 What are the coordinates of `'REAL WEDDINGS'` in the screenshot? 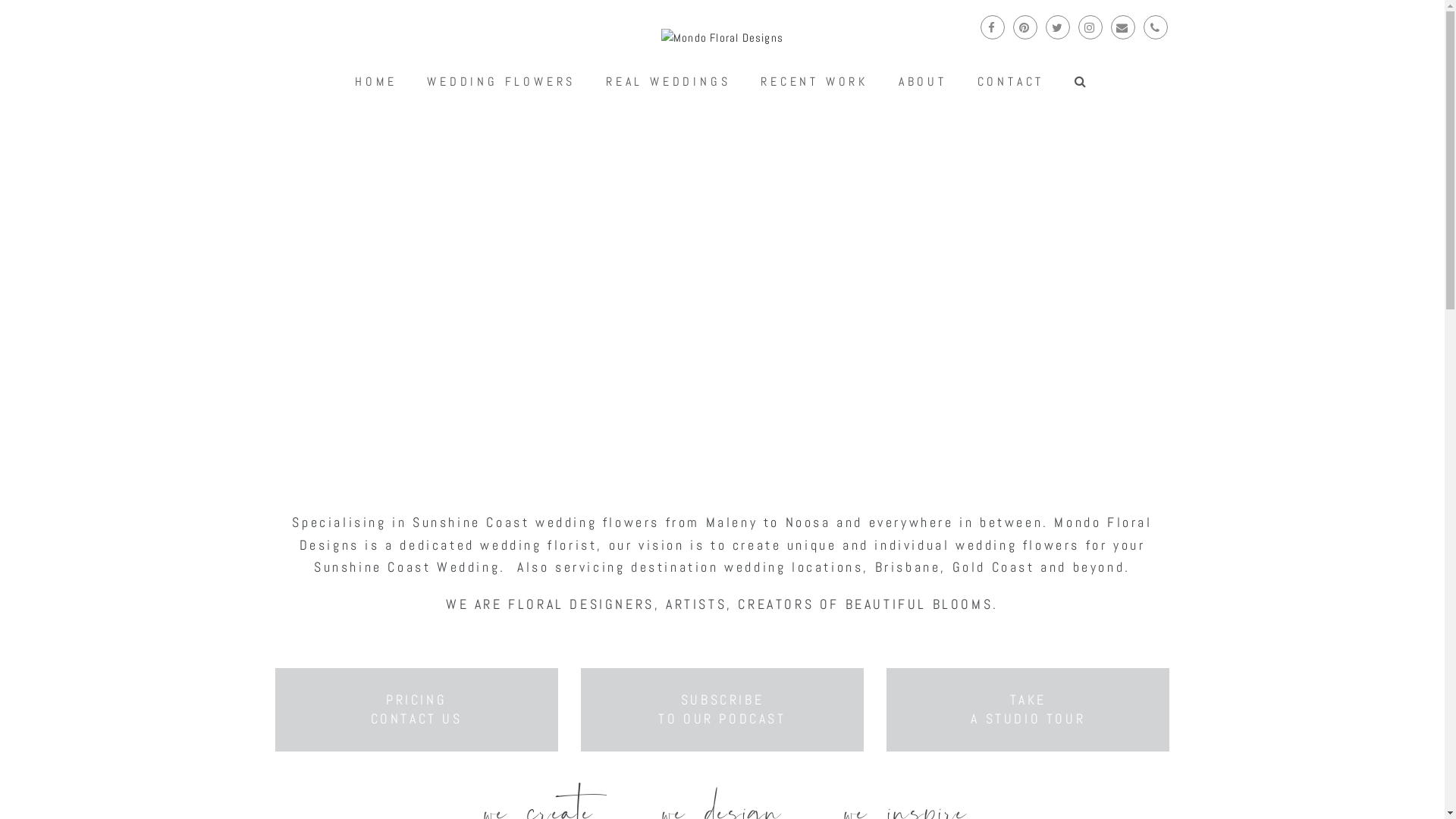 It's located at (667, 82).